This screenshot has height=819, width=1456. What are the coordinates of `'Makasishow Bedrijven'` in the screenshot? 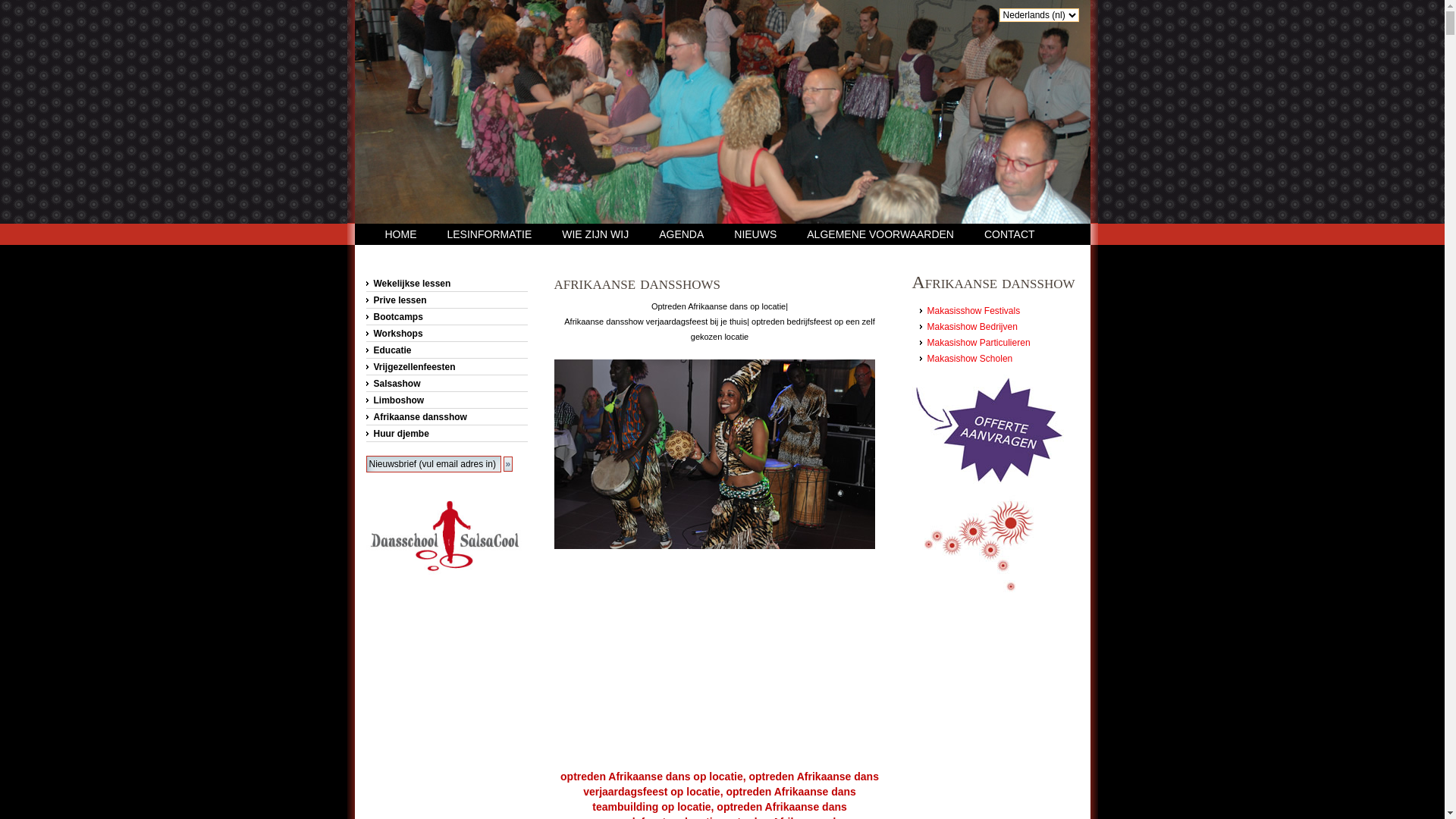 It's located at (971, 326).